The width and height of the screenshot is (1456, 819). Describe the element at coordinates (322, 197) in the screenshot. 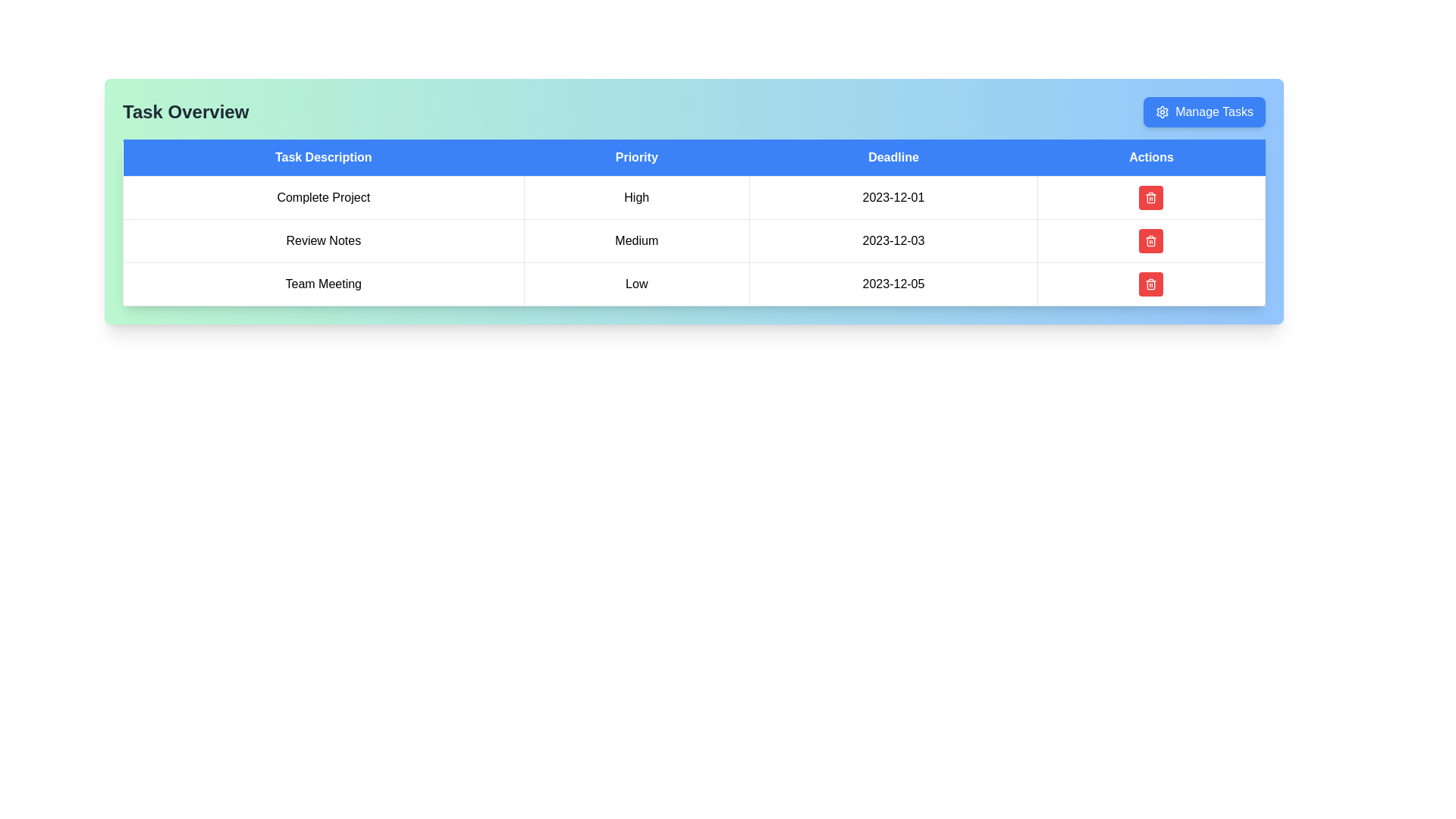

I see `the text display element that shows 'Complete Project', which is the first entry in the 'Task Description' column` at that location.